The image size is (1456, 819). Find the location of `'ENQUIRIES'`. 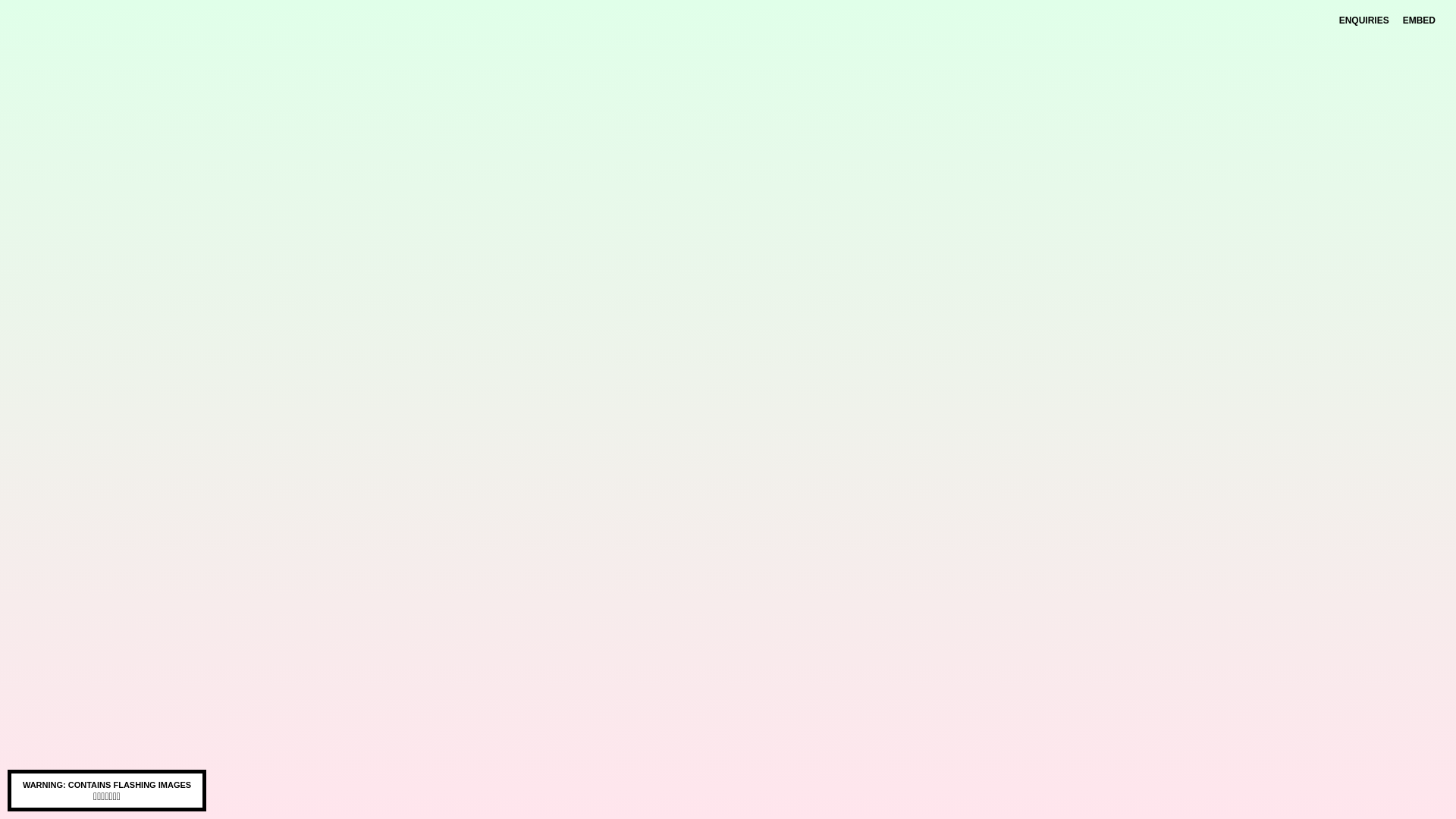

'ENQUIRIES' is located at coordinates (1364, 20).